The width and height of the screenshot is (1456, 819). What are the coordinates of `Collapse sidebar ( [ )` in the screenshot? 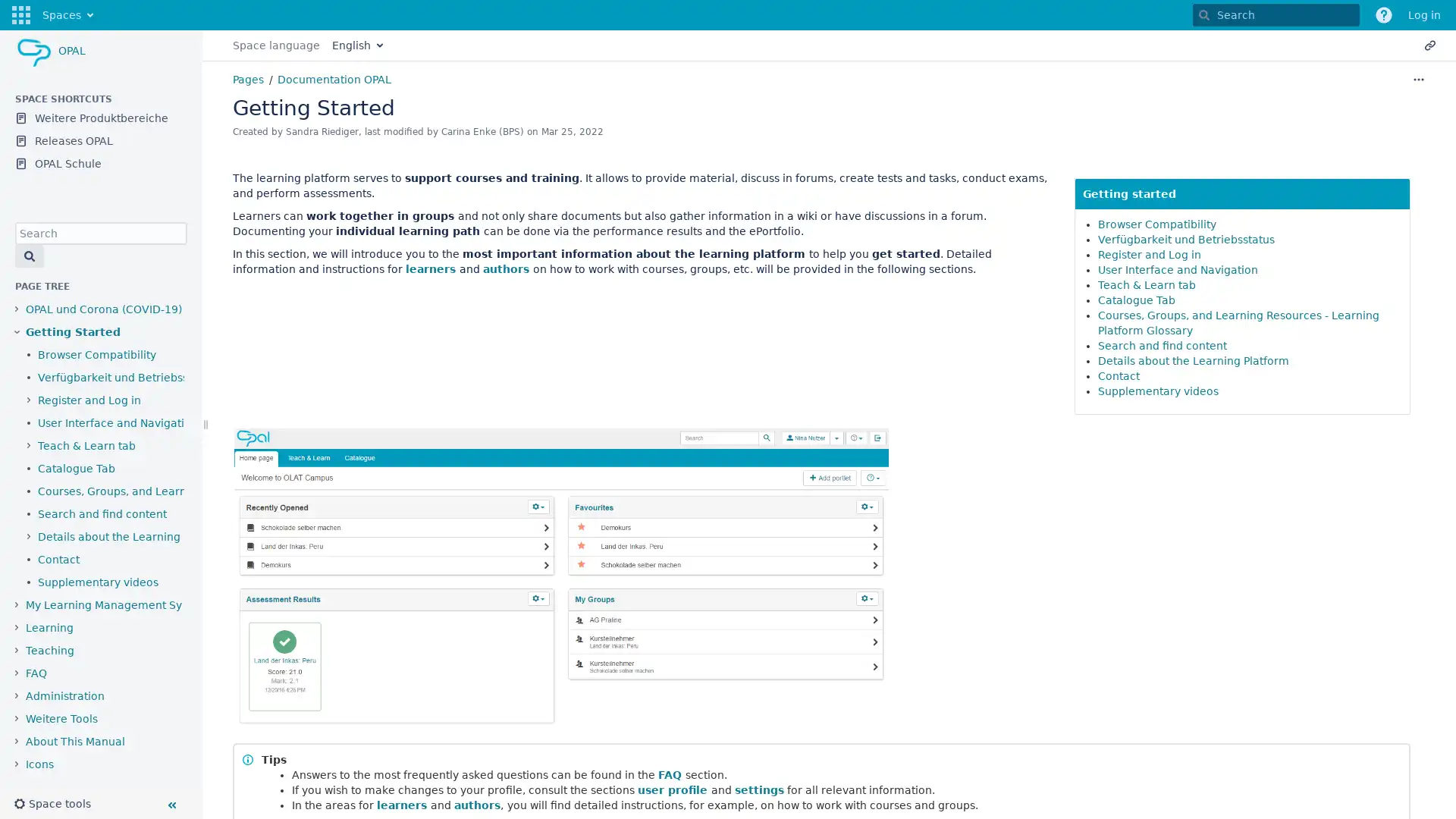 It's located at (171, 804).